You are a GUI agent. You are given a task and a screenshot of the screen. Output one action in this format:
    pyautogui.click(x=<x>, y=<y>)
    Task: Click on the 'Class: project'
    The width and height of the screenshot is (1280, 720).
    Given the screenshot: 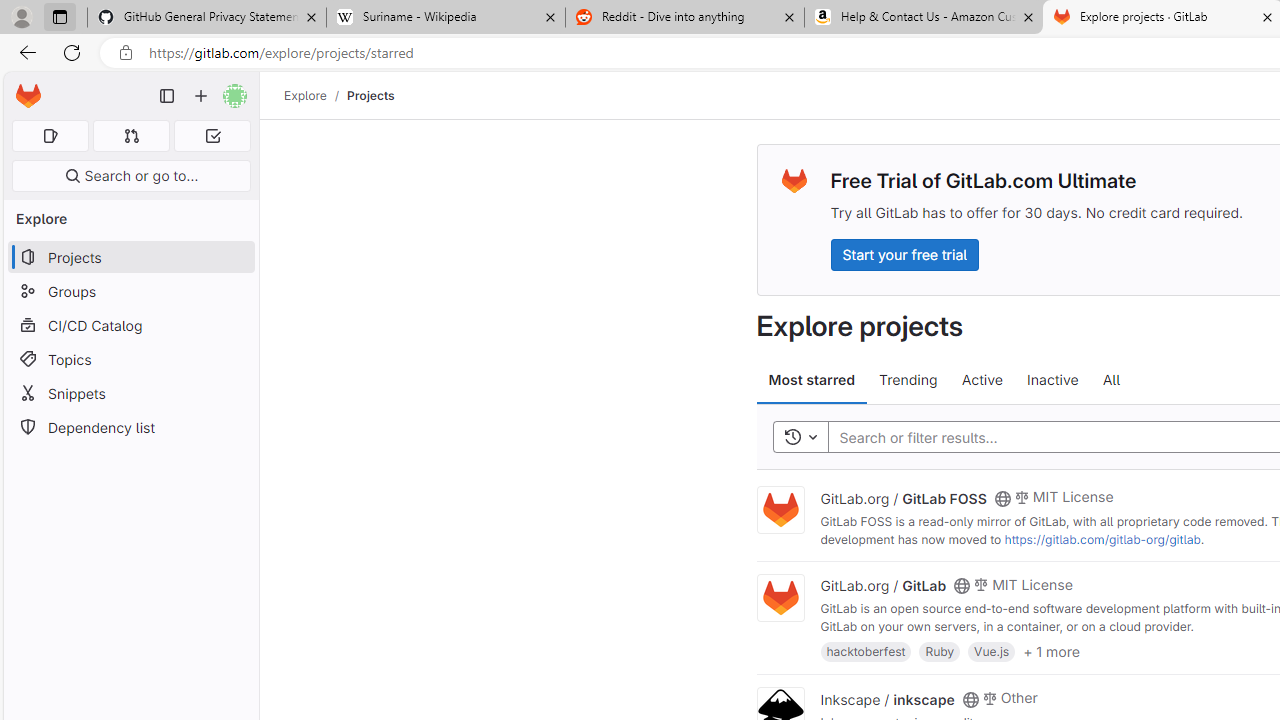 What is the action you would take?
    pyautogui.click(x=779, y=596)
    